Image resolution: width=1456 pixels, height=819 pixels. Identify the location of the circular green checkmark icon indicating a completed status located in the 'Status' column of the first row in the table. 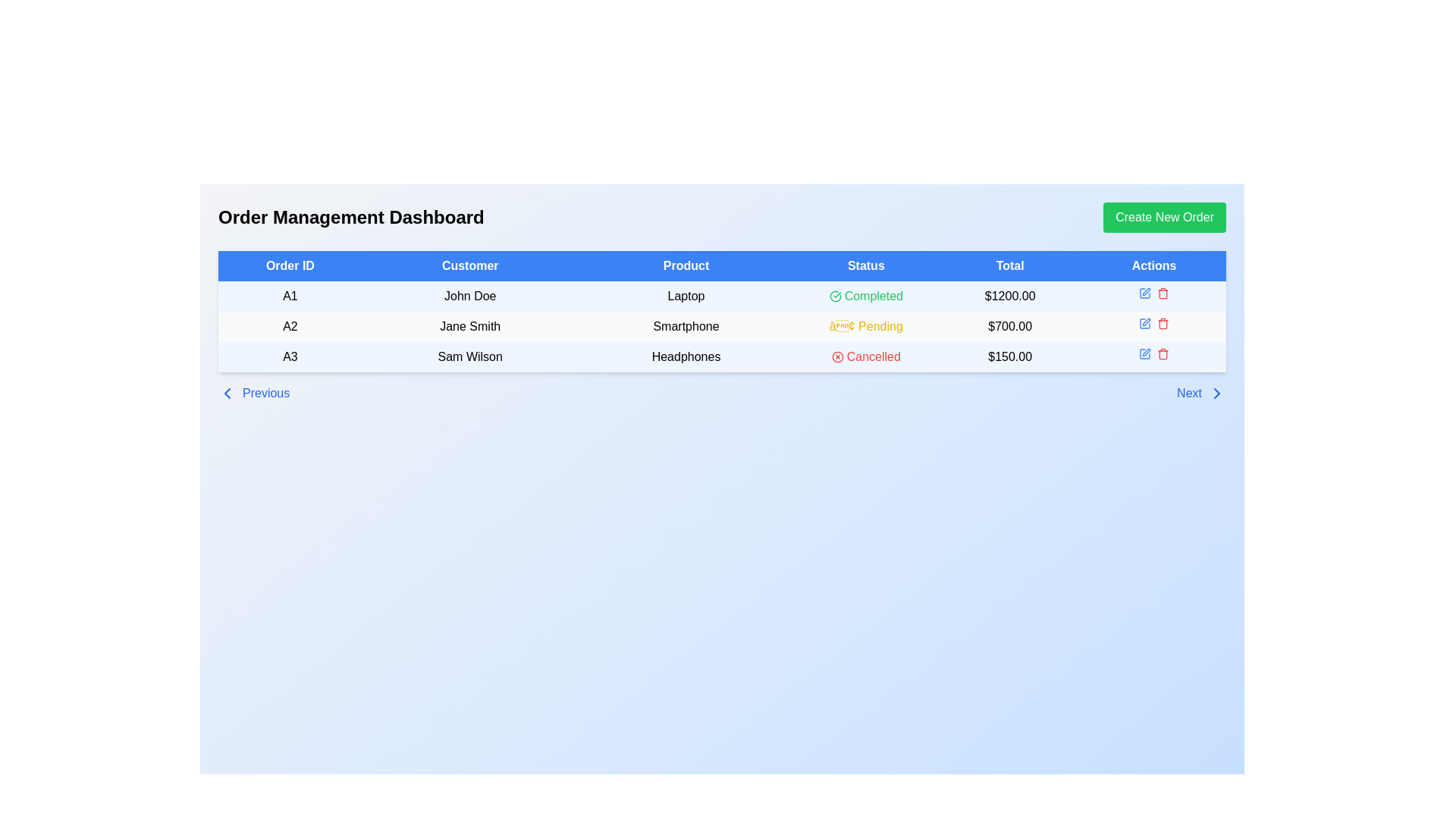
(834, 296).